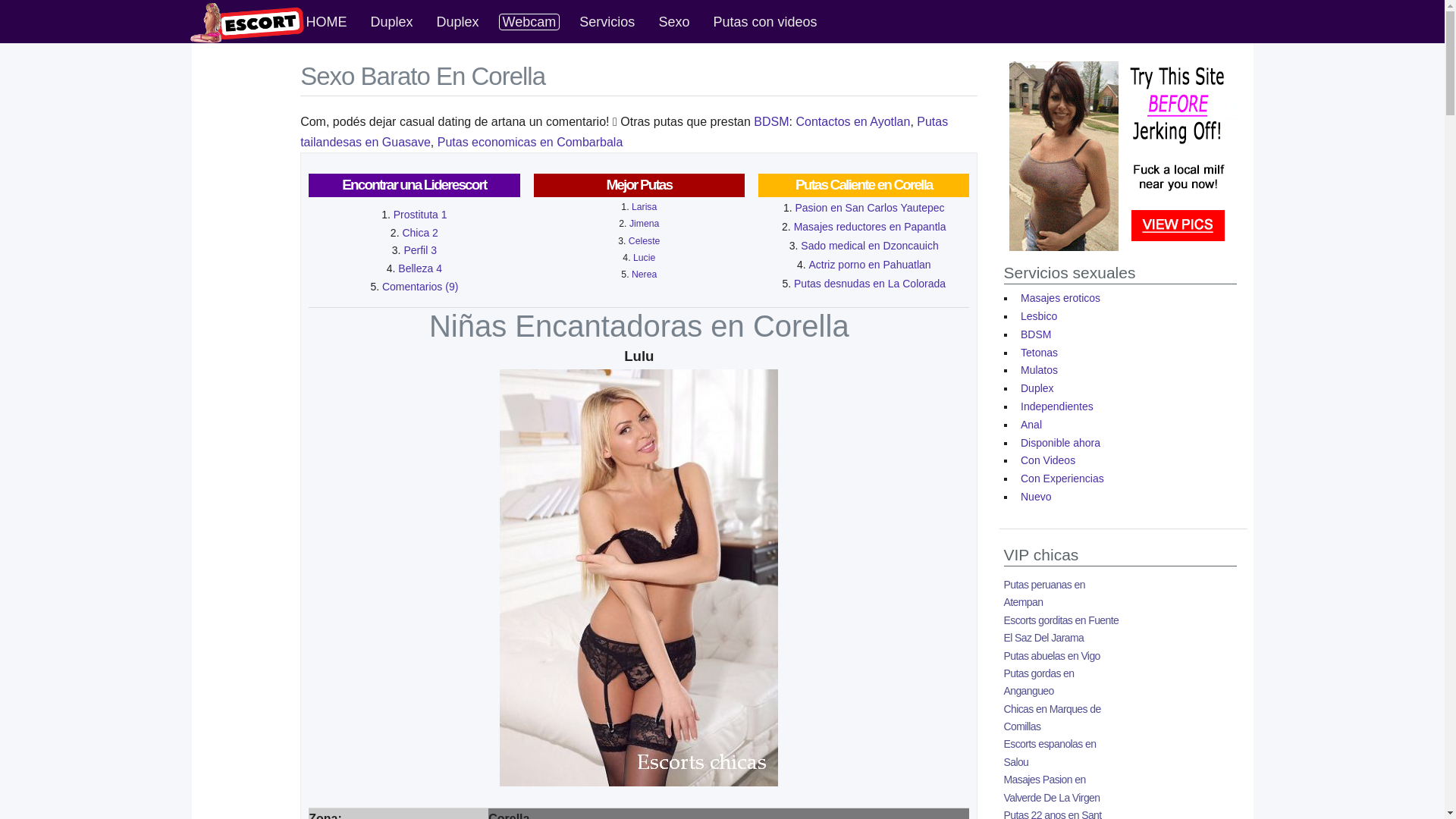 The height and width of the screenshot is (819, 1456). What do you see at coordinates (764, 22) in the screenshot?
I see `'Putas con videos'` at bounding box center [764, 22].